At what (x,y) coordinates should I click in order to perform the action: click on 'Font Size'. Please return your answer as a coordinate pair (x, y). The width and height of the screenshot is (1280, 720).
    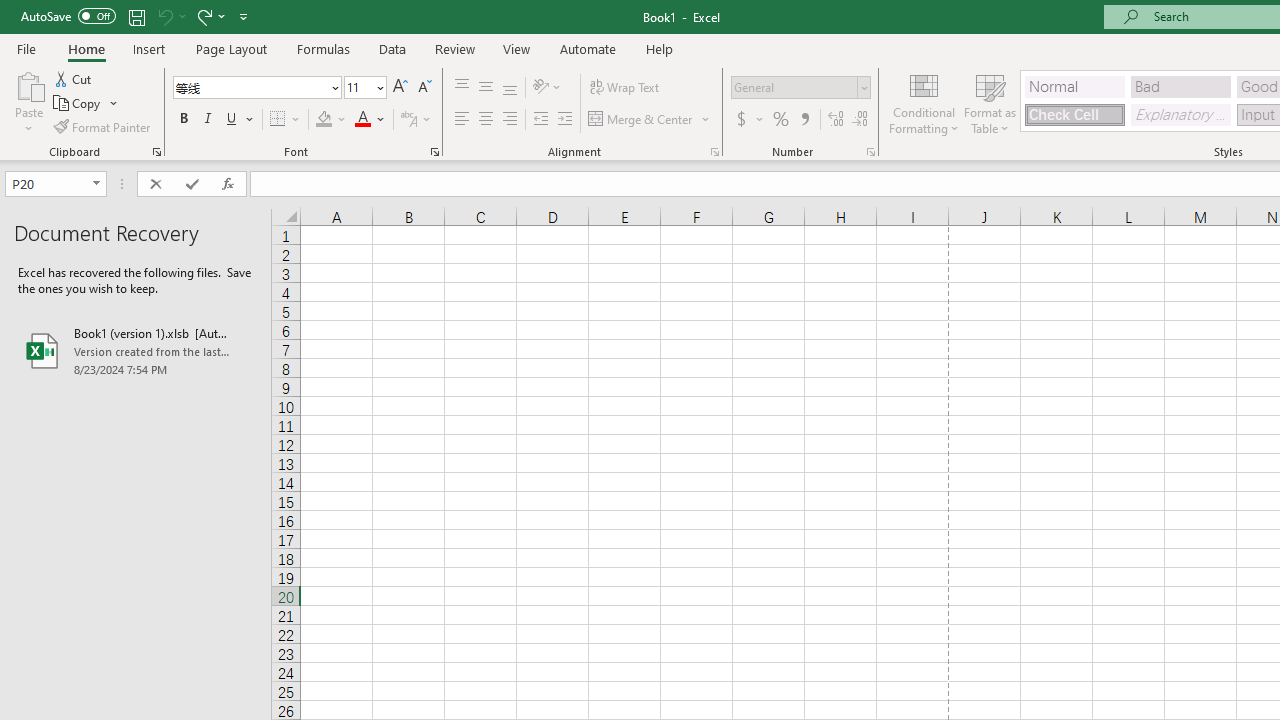
    Looking at the image, I should click on (365, 86).